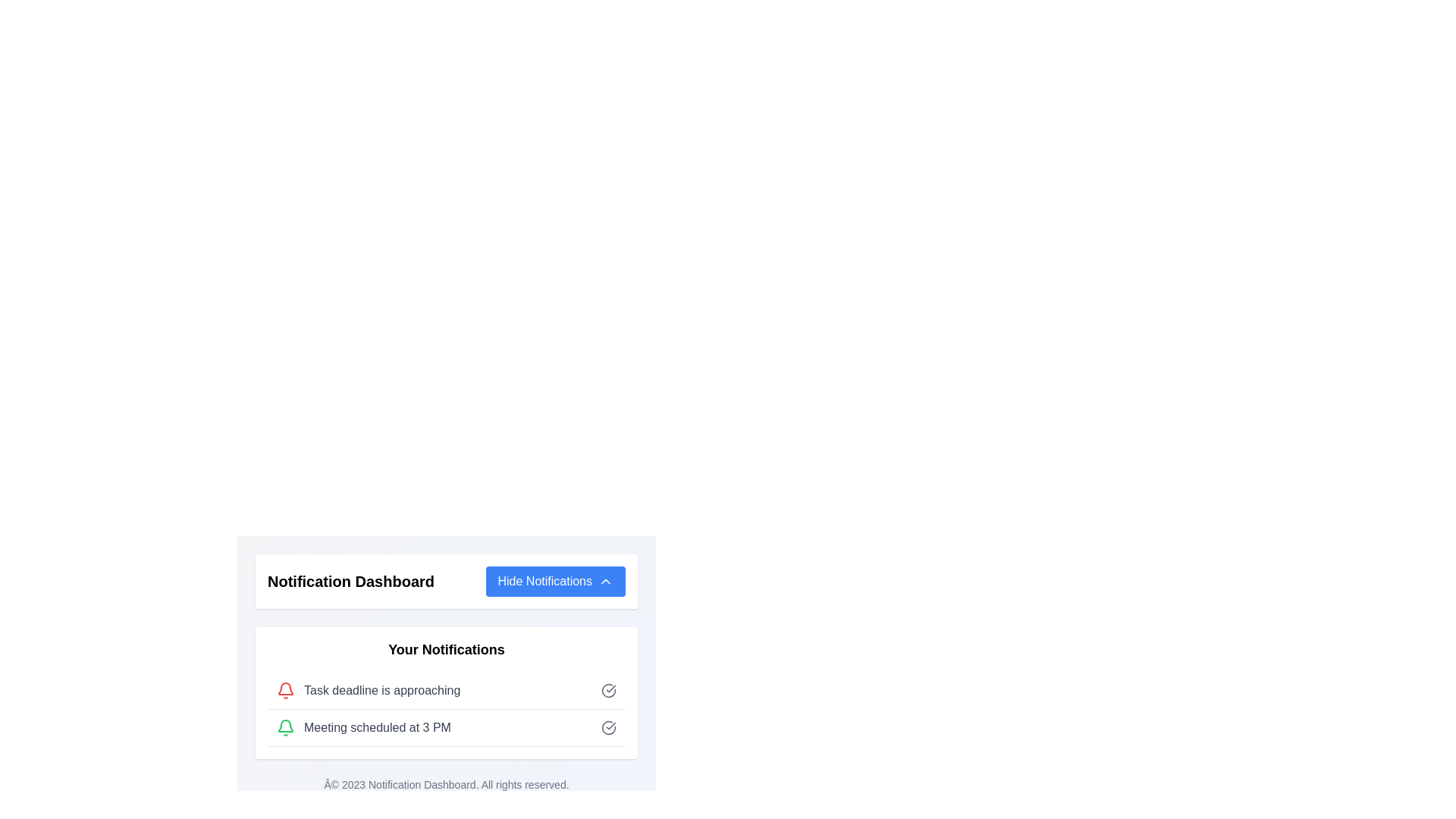  Describe the element at coordinates (446, 727) in the screenshot. I see `the checkmark icon on the second notification entry in the 'Your Notifications' section to mark the notification about the scheduled meeting at 3 PM as read` at that location.